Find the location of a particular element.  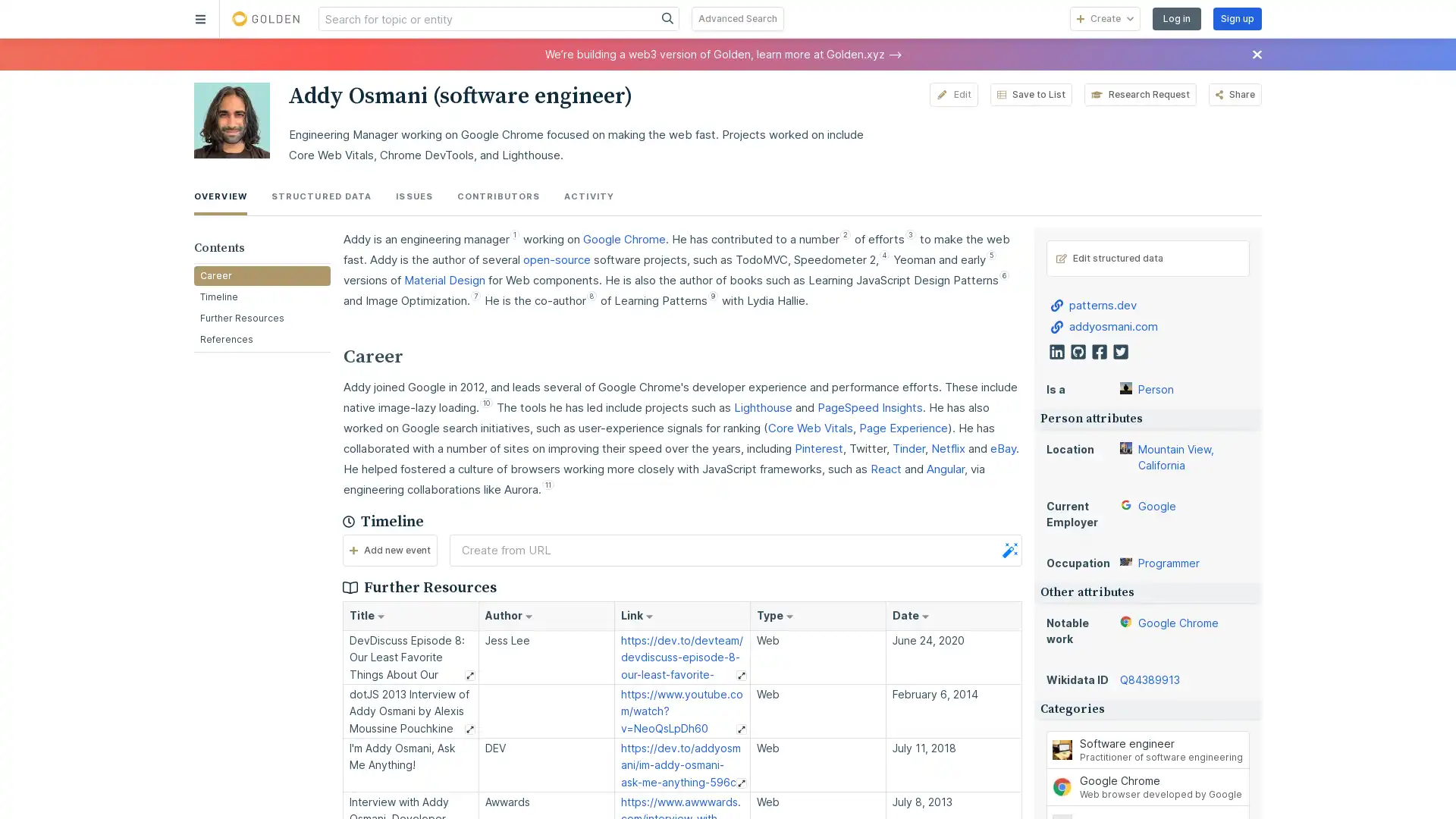

Research Request is located at coordinates (1139, 94).